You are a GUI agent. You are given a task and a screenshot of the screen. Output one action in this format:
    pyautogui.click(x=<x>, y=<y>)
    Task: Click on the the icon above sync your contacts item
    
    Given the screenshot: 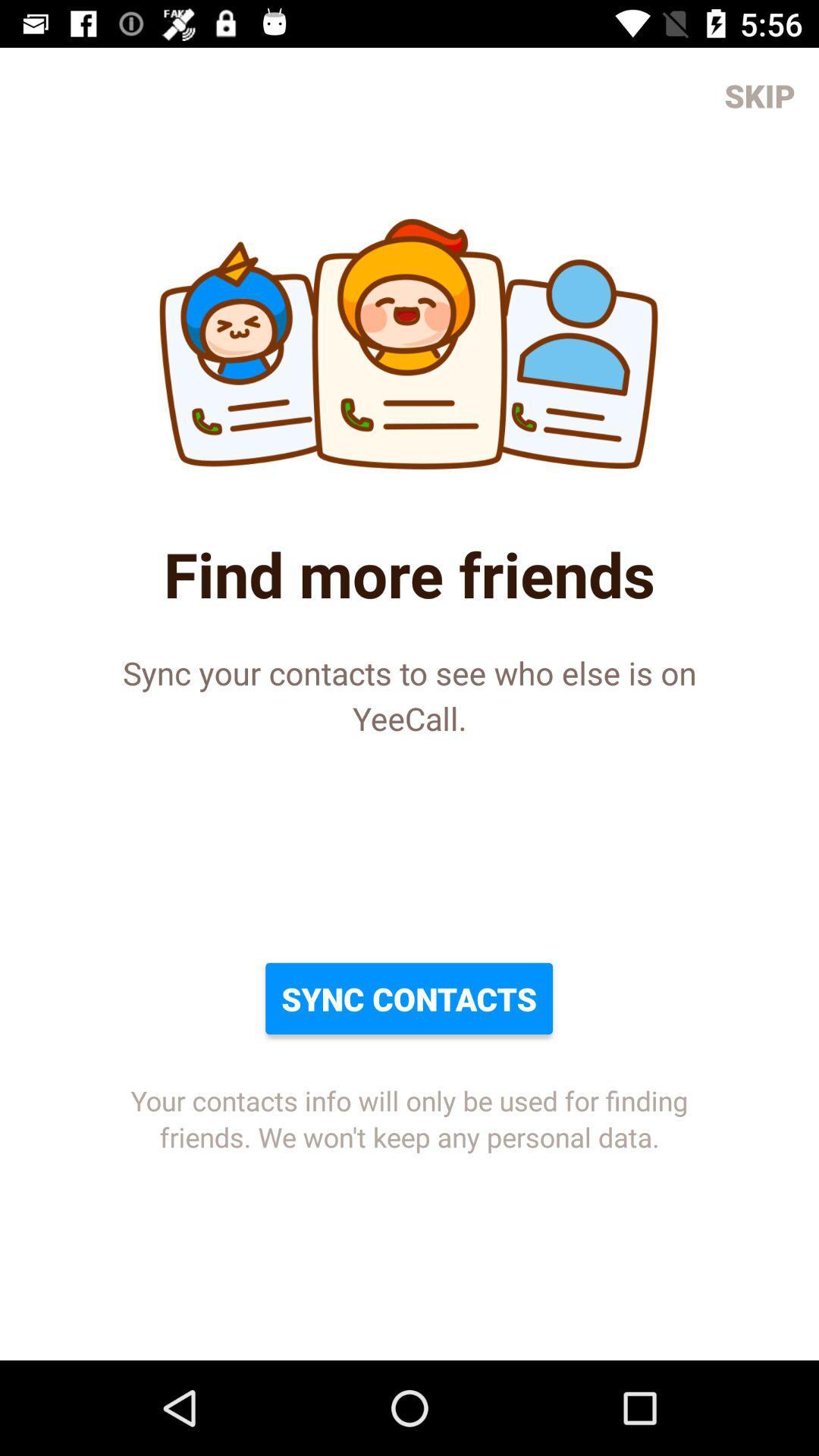 What is the action you would take?
    pyautogui.click(x=760, y=94)
    